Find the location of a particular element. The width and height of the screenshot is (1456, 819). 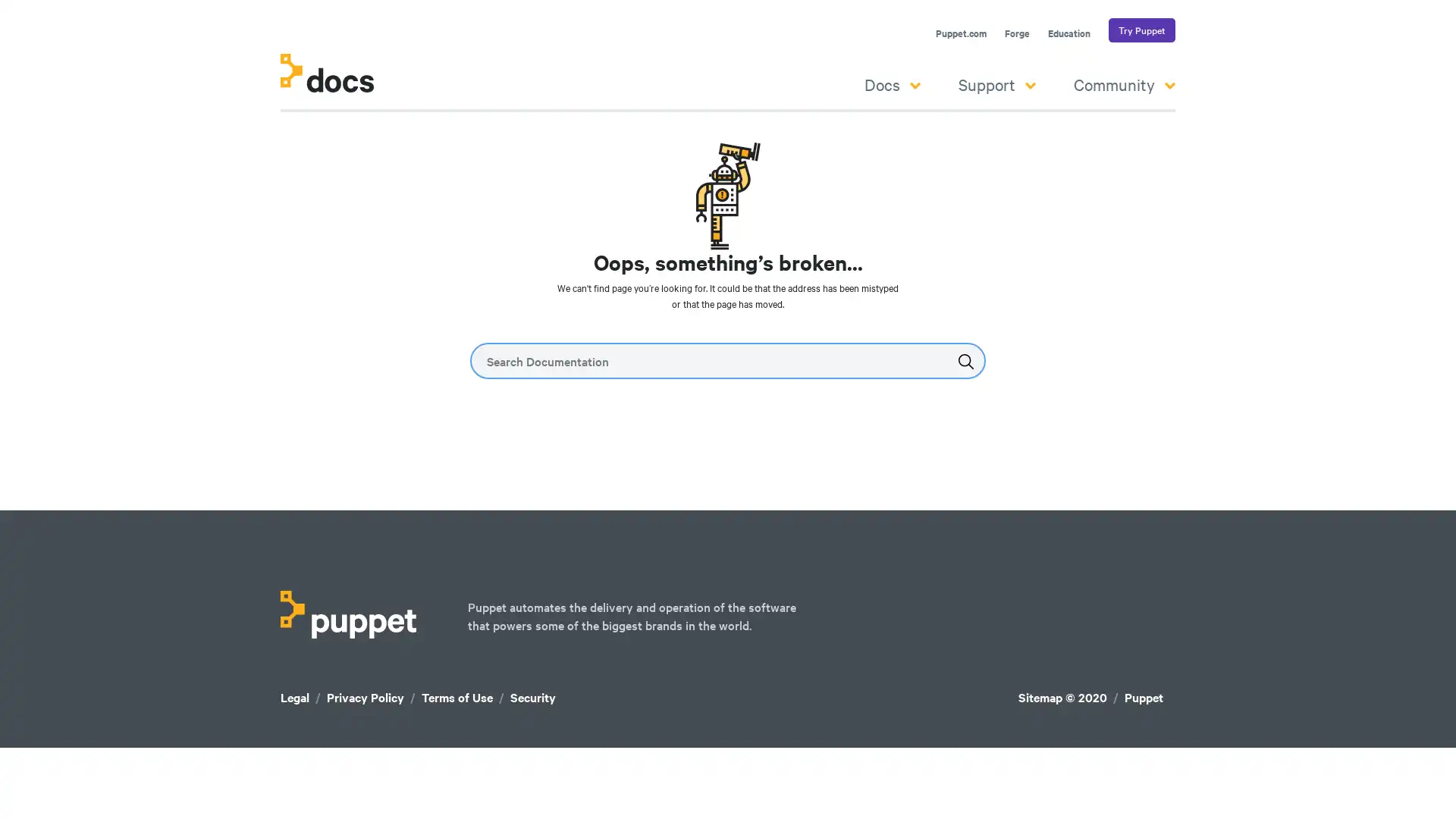

Community is located at coordinates (1125, 92).